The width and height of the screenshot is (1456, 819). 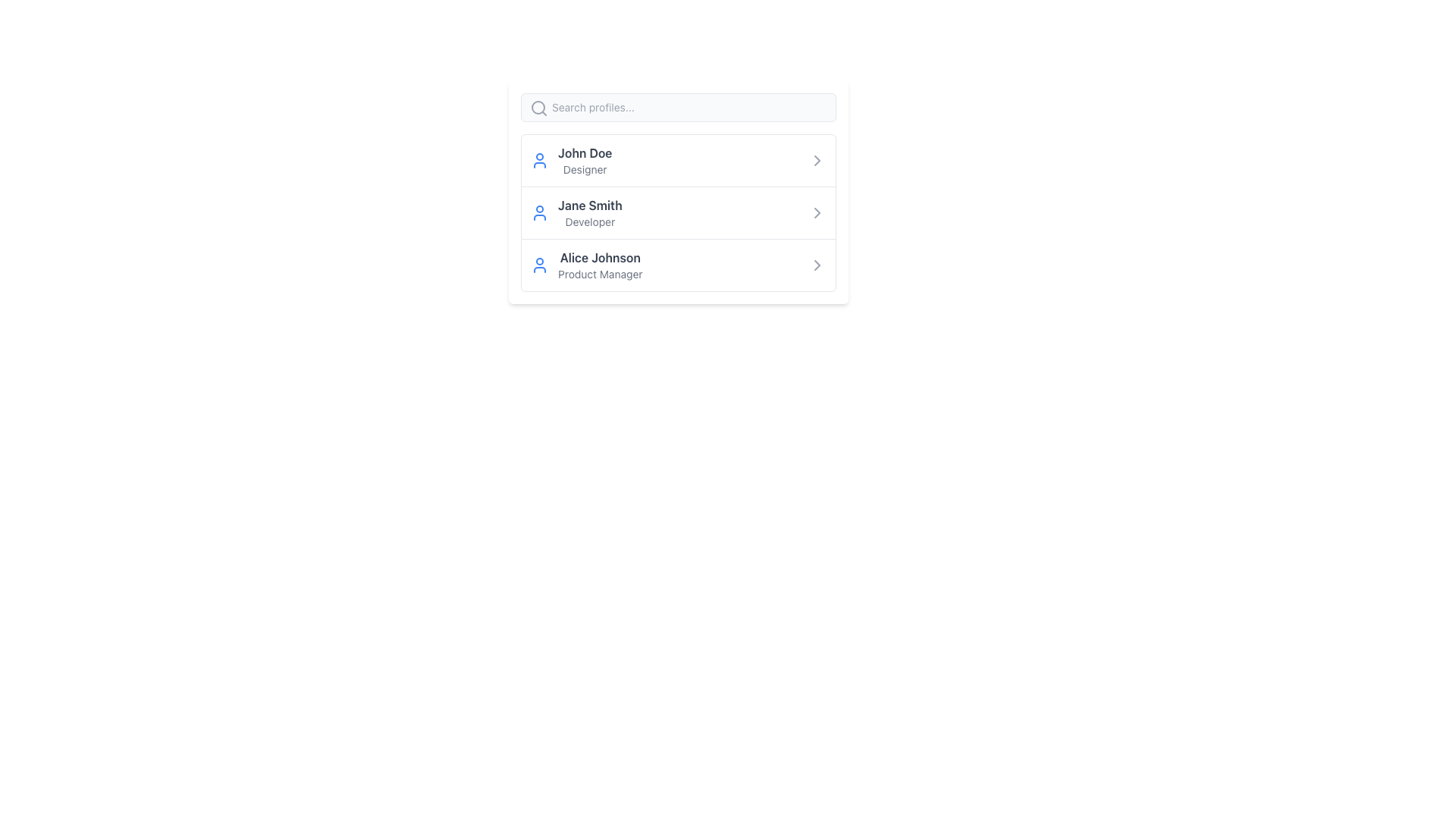 I want to click on the user profile block for 'Jane Smith, Developer', so click(x=576, y=213).